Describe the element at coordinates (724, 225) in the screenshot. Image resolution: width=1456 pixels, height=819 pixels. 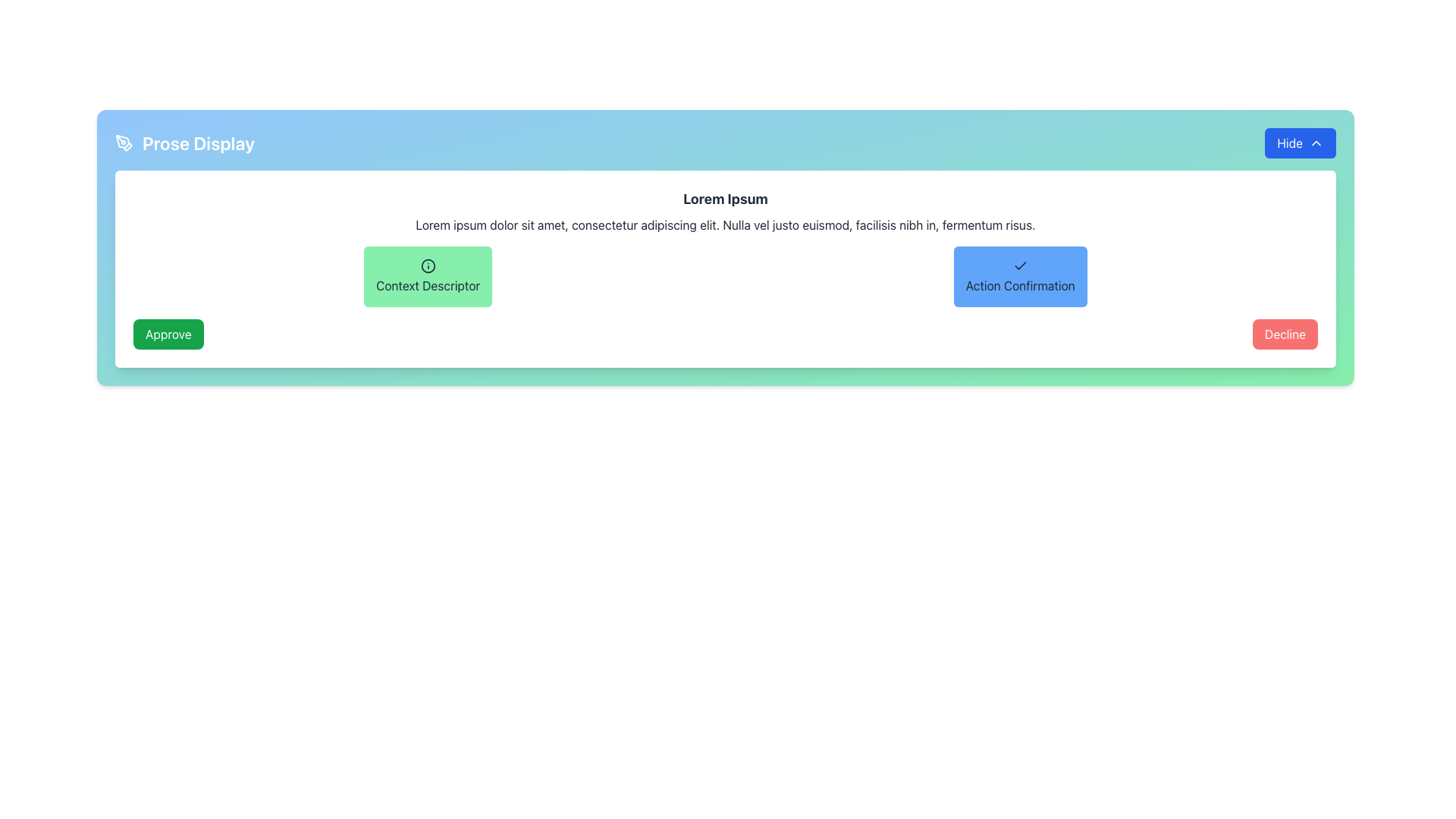
I see `the Text Label displaying the sentence: 'Lorem ipsum dolor sit amet, consectetur adipiscing elit. Nulla vel justo euismod, facilisis nibh in, fermentum risus.' which is positioned below the header 'Lorem Ipsum' and above the buttons 'Context Descriptor' and 'Action Confirmation'` at that location.